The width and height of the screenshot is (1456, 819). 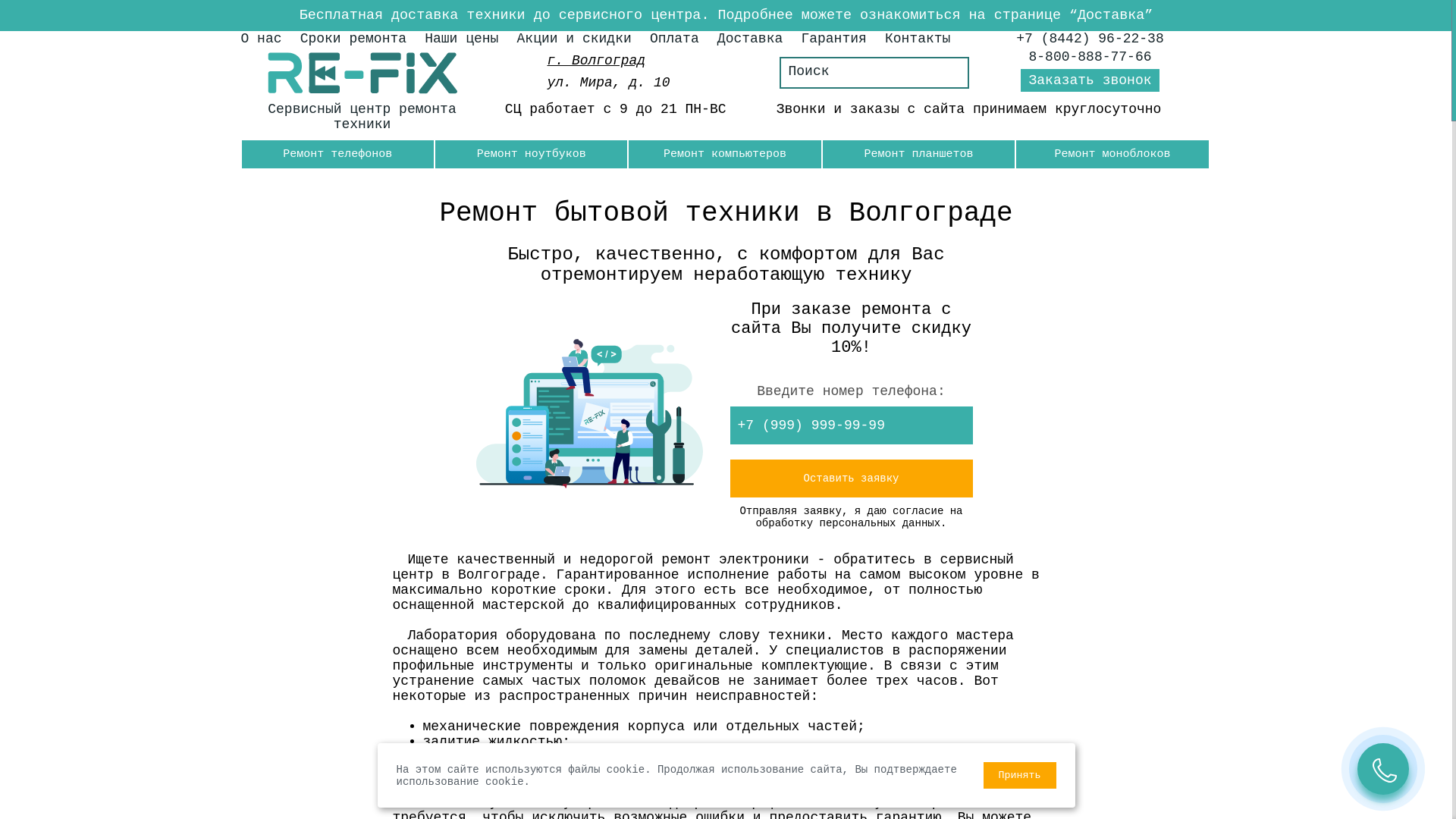 What do you see at coordinates (1090, 55) in the screenshot?
I see `'8-800-888-77-66'` at bounding box center [1090, 55].